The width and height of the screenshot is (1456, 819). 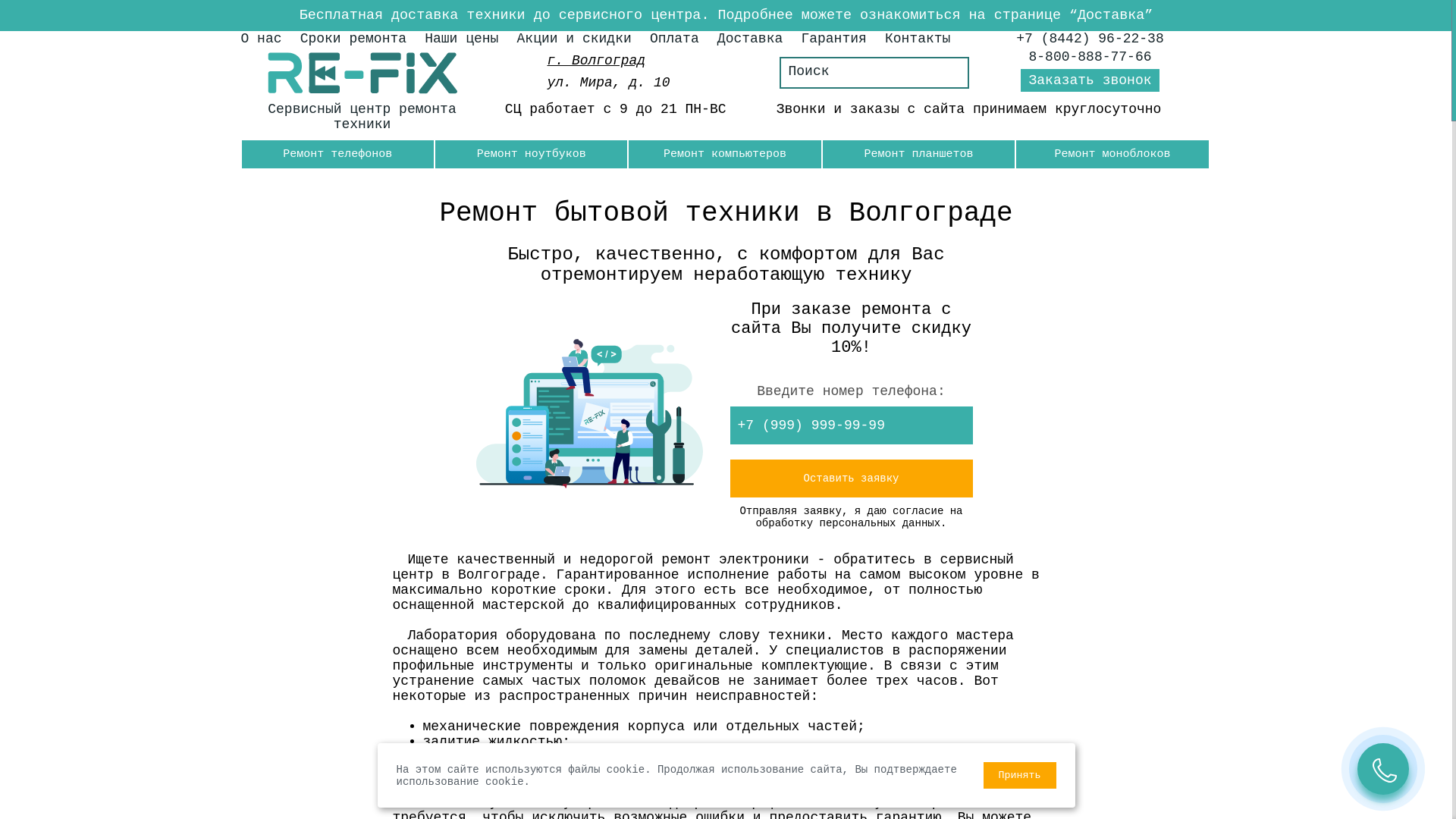 What do you see at coordinates (1090, 55) in the screenshot?
I see `'8-800-888-77-66'` at bounding box center [1090, 55].